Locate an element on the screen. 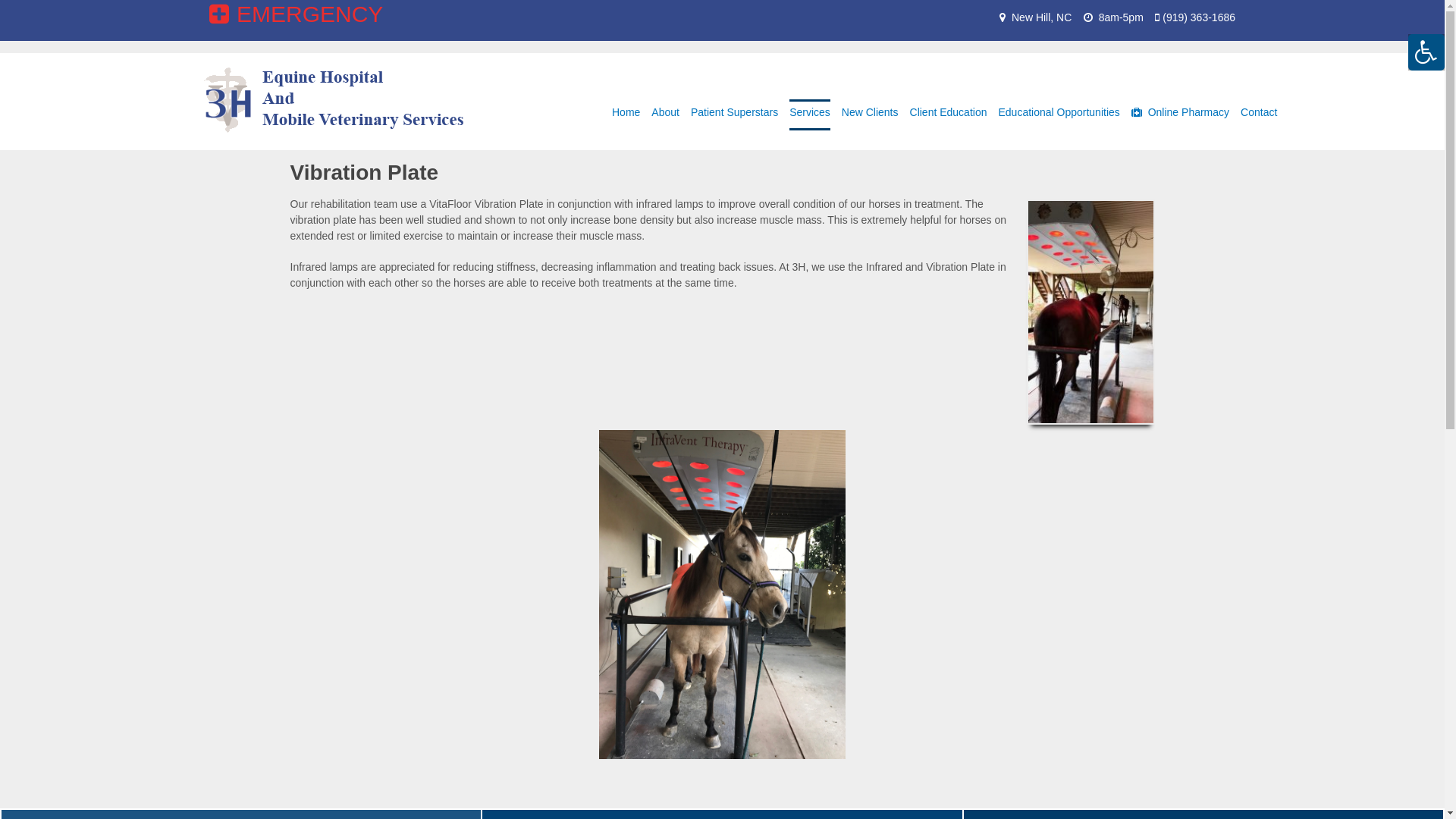  'Contact' is located at coordinates (1259, 118).